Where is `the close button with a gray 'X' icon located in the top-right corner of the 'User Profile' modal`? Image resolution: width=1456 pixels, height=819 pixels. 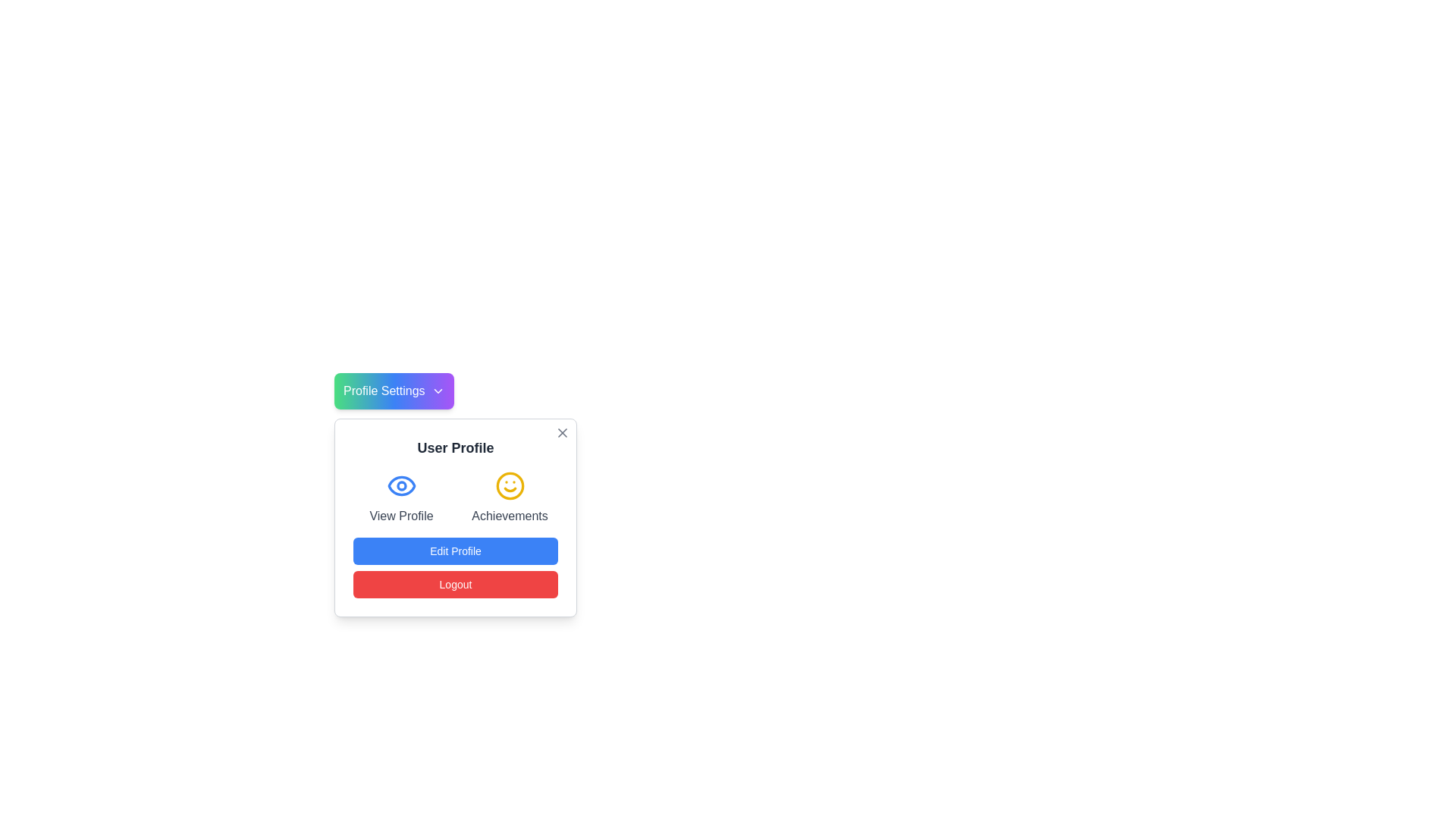 the close button with a gray 'X' icon located in the top-right corner of the 'User Profile' modal is located at coordinates (562, 432).